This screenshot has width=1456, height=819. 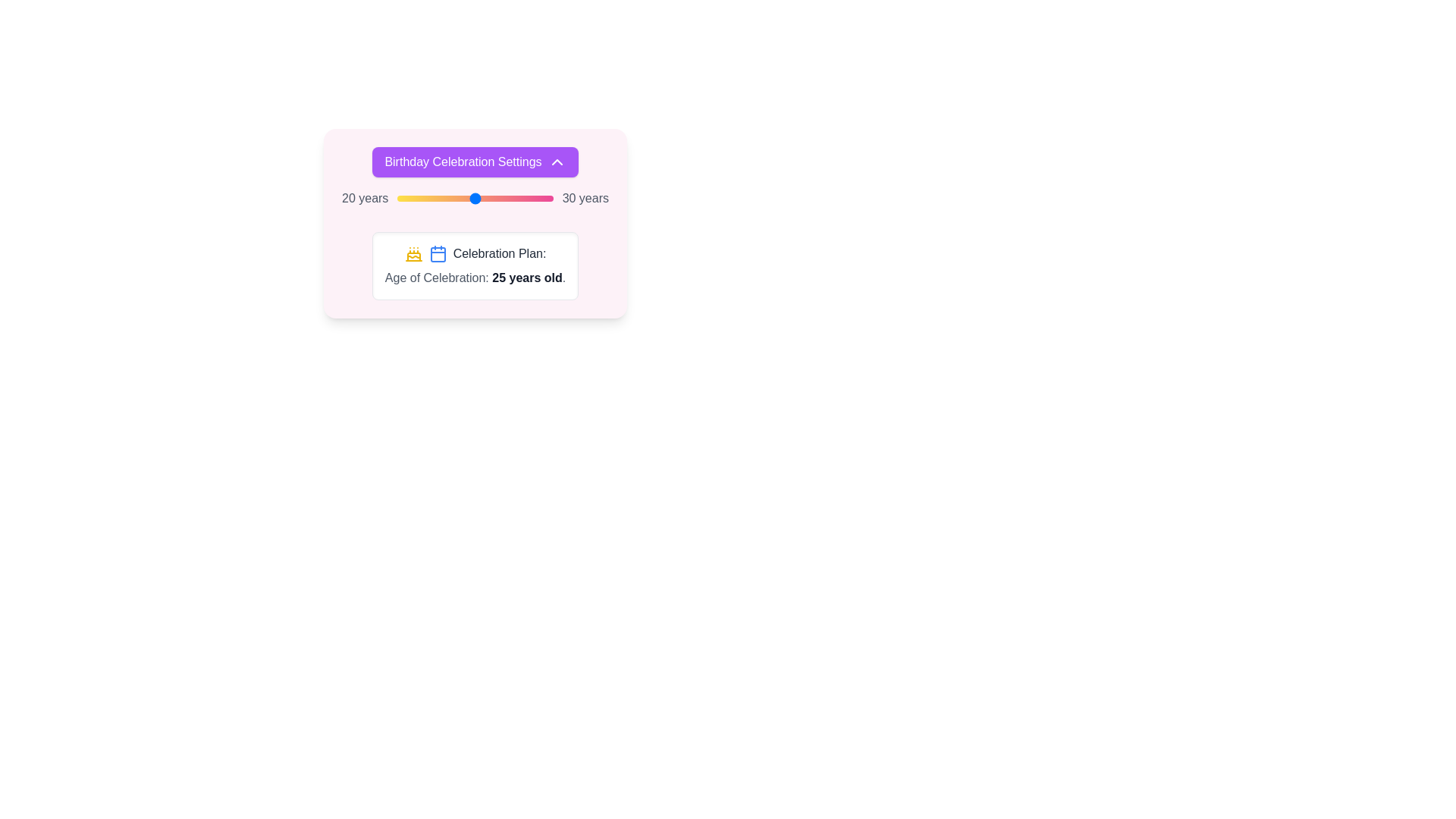 I want to click on the calendar icon within the celebration plan box, so click(x=437, y=253).